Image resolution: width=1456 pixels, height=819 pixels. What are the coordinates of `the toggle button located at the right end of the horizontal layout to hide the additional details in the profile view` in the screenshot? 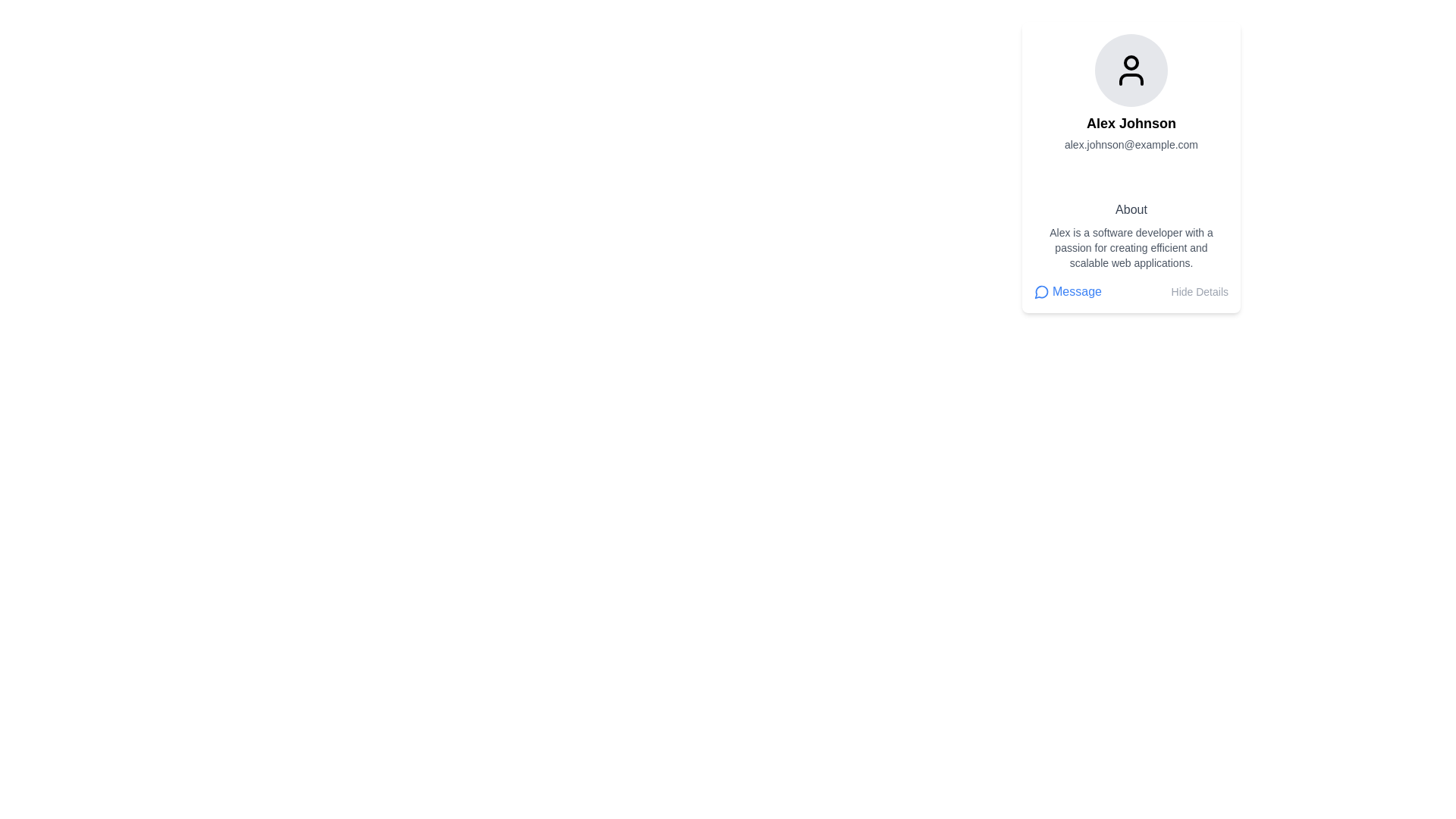 It's located at (1199, 292).